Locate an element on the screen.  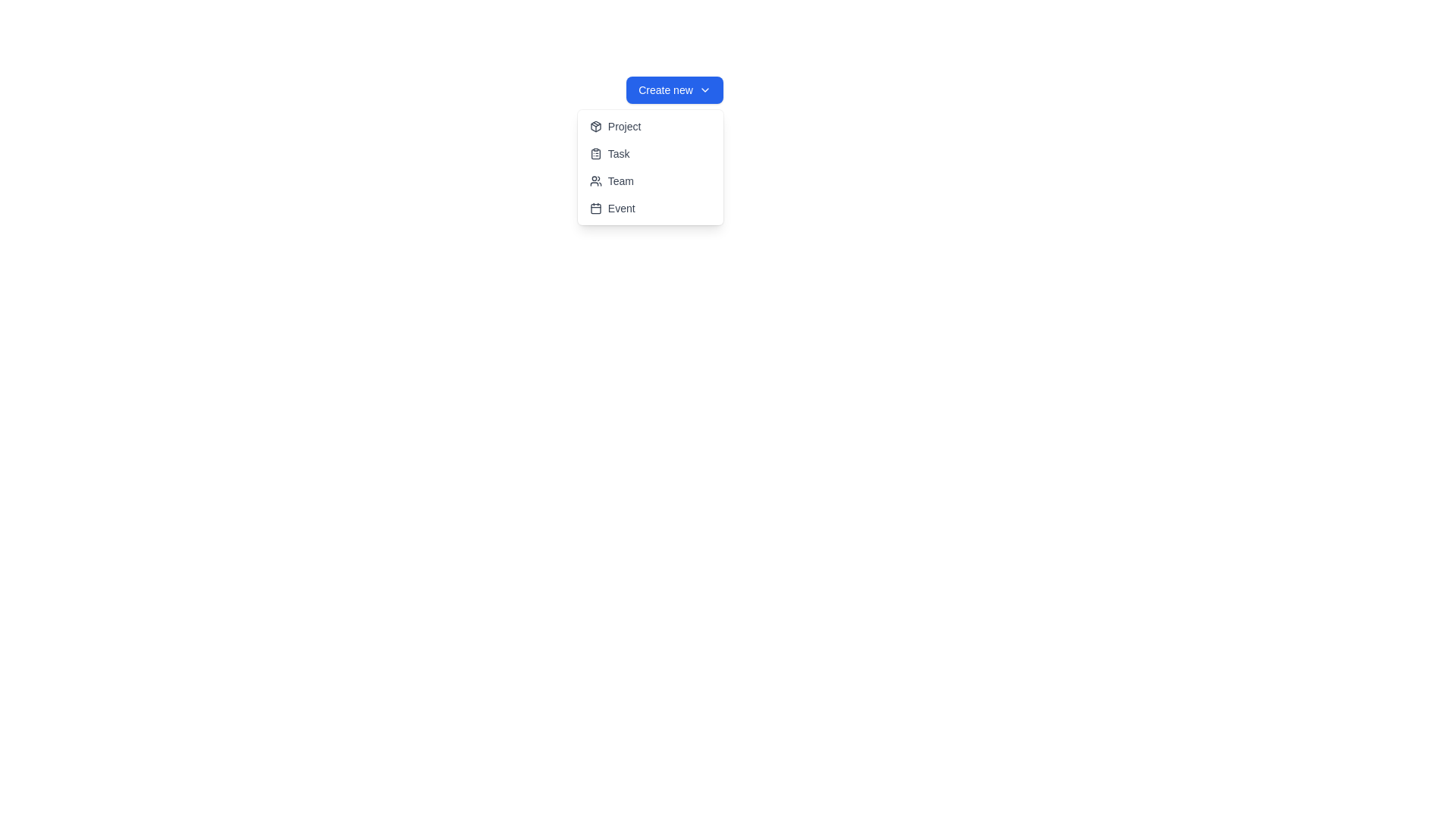
the hexagonal package icon located to the left of the 'Project' text in the first row of the dropdown menu is located at coordinates (595, 125).